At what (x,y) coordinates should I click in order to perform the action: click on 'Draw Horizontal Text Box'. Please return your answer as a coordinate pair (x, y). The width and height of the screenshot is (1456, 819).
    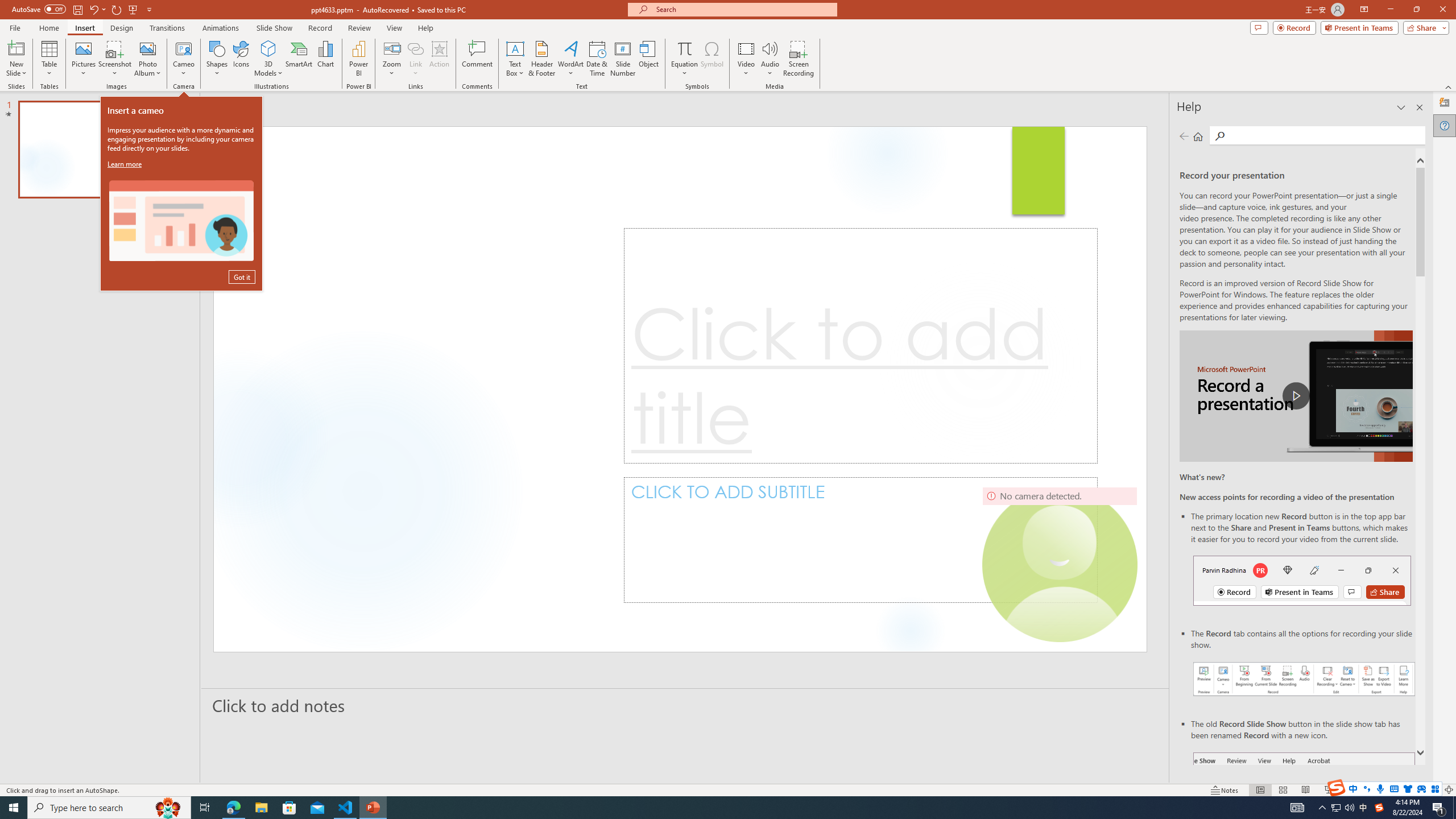
    Looking at the image, I should click on (515, 48).